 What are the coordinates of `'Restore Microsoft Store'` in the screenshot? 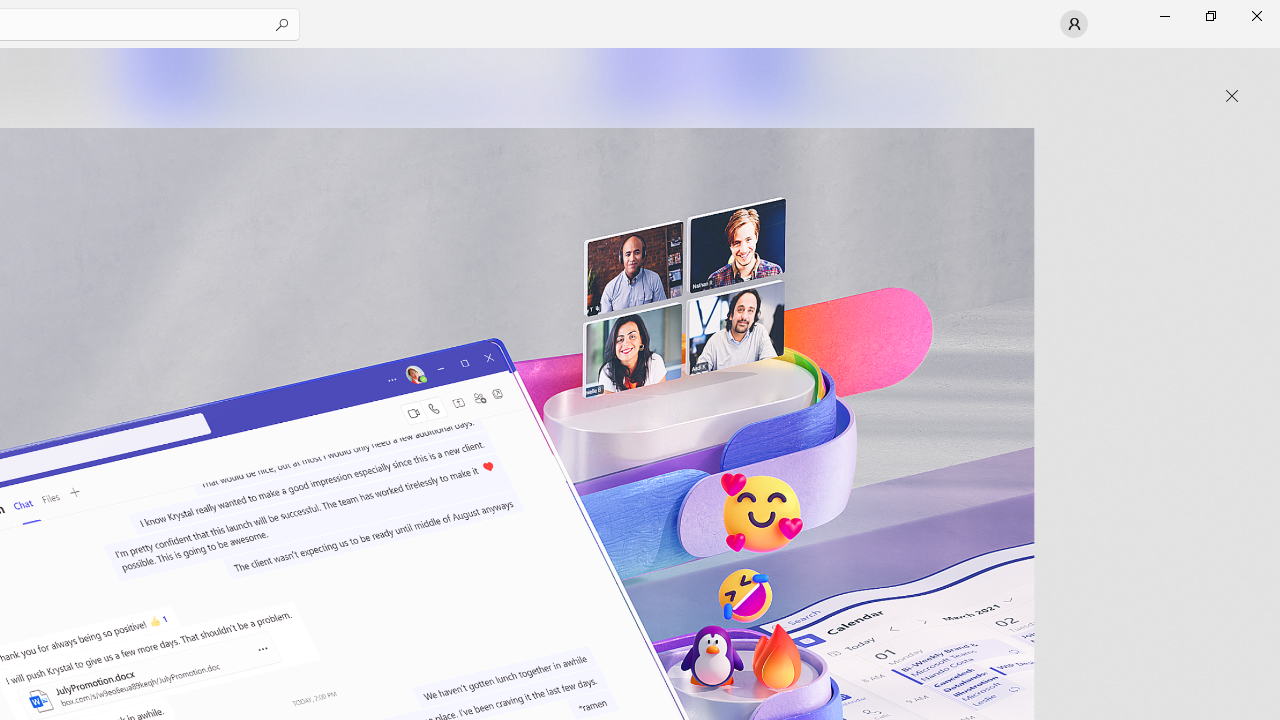 It's located at (1209, 15).